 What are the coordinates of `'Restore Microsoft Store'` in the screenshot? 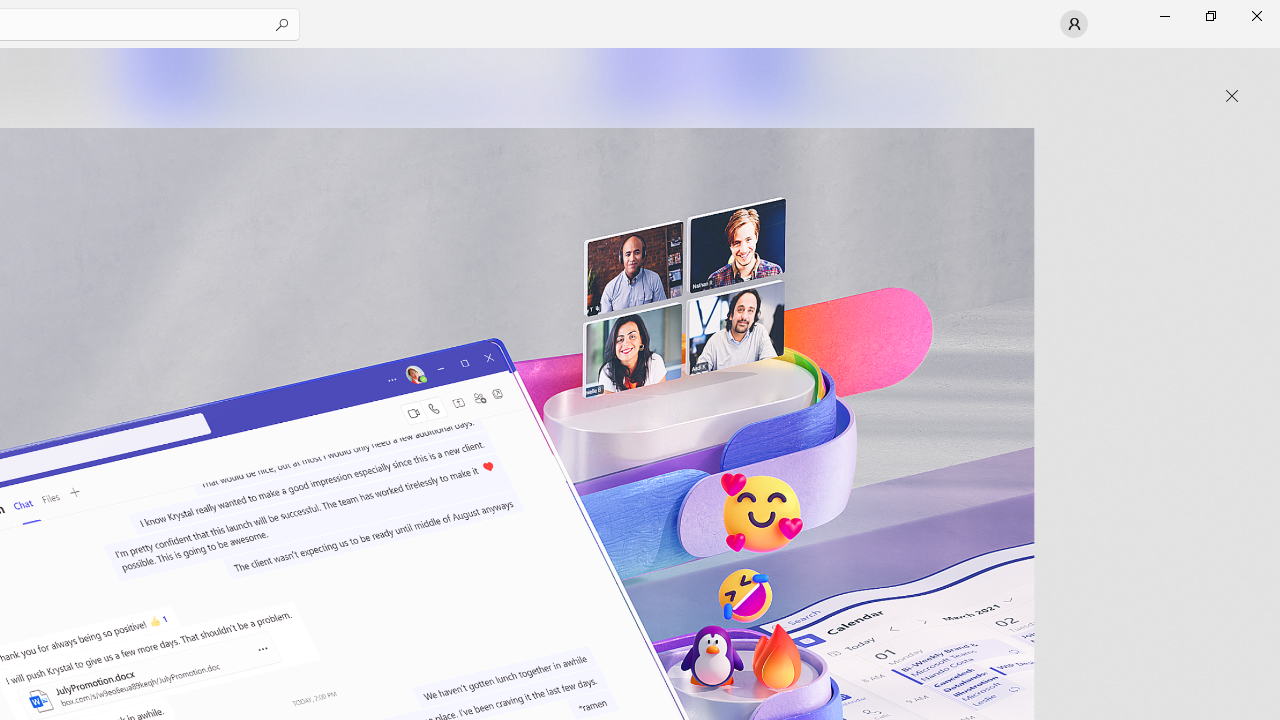 It's located at (1209, 15).